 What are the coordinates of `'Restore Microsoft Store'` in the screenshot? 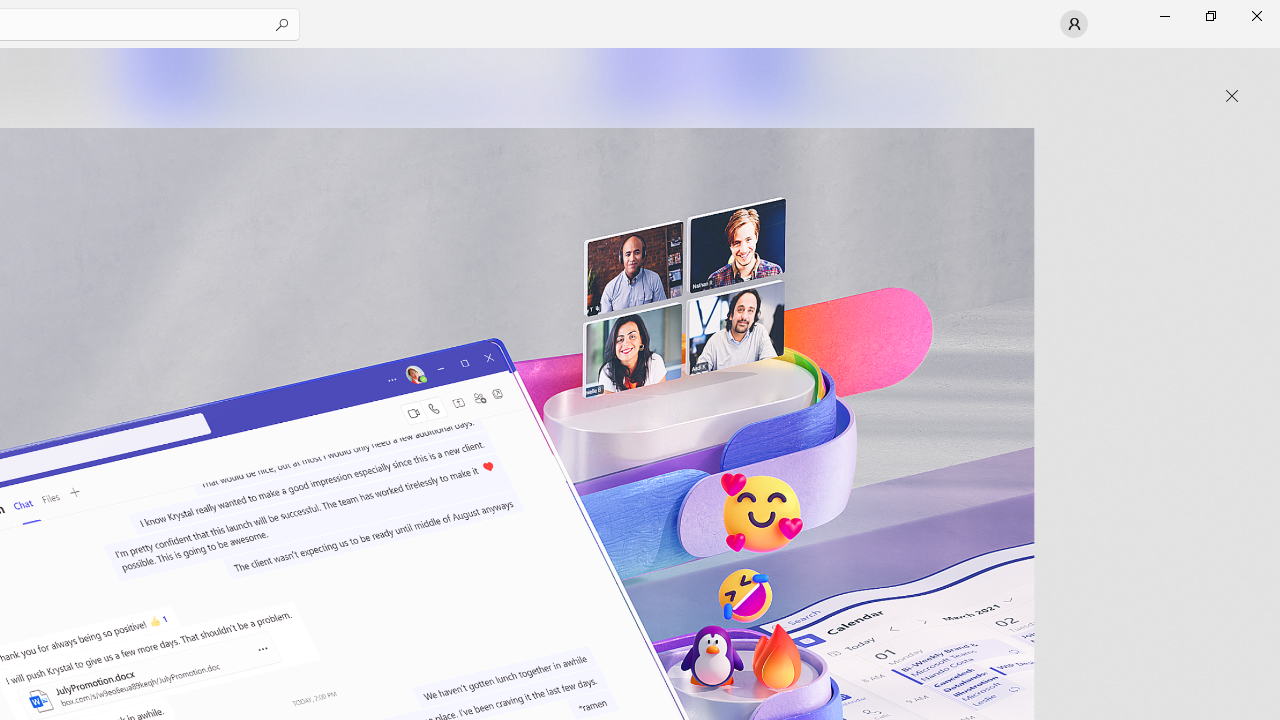 It's located at (1209, 15).